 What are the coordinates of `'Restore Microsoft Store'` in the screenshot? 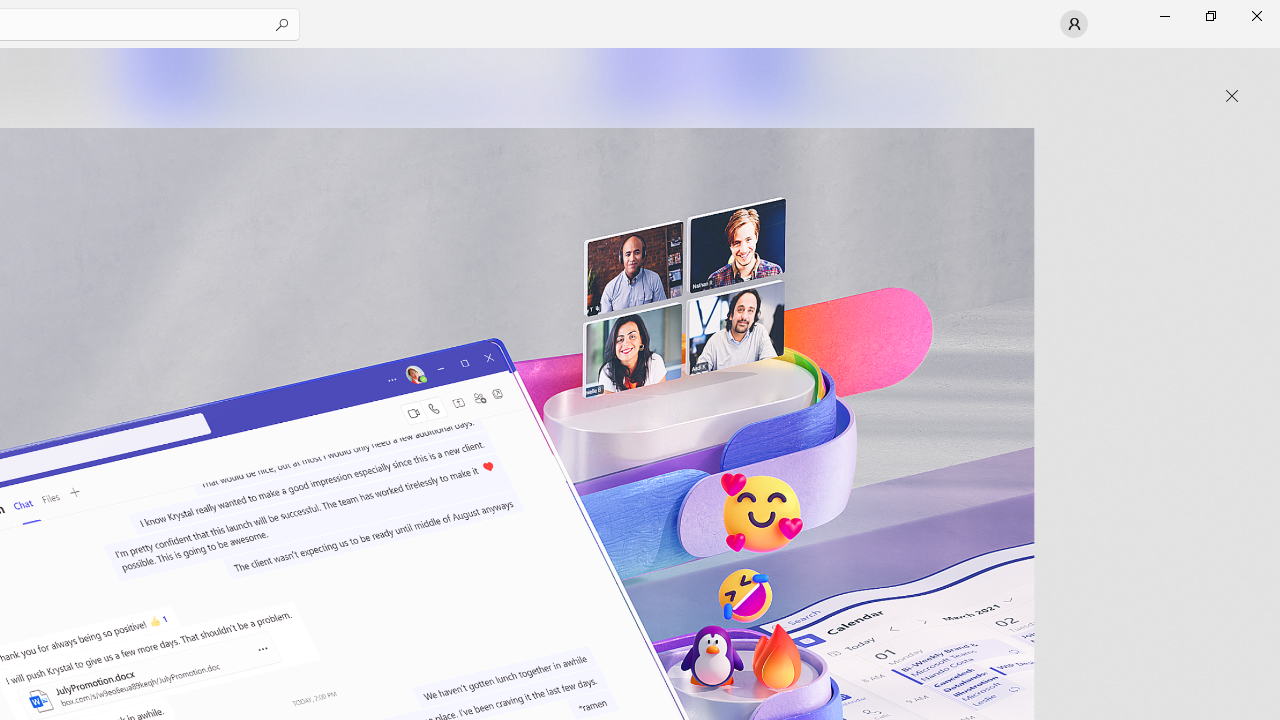 It's located at (1209, 15).